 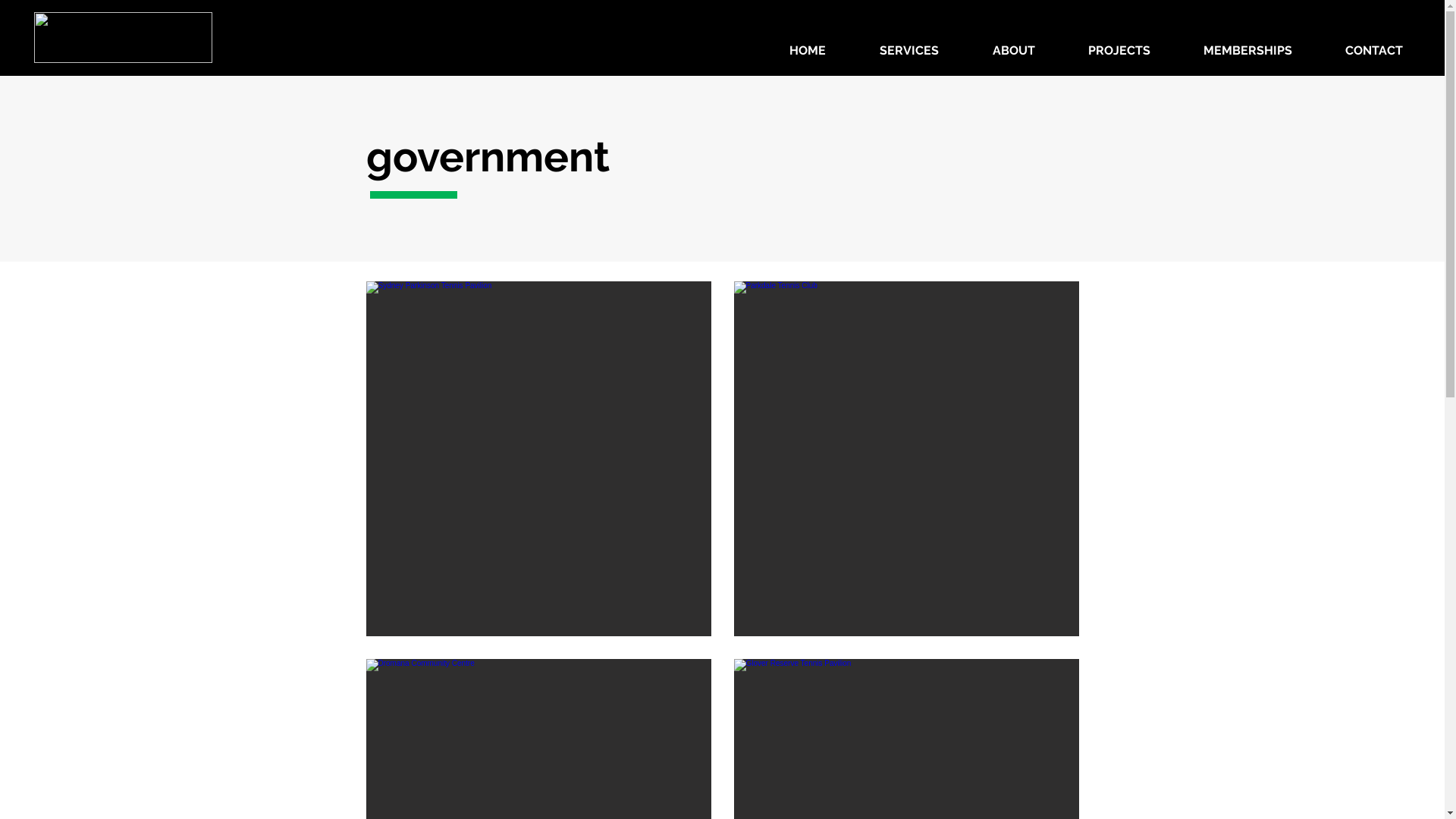 What do you see at coordinates (1317, 49) in the screenshot?
I see `'CONTACT'` at bounding box center [1317, 49].